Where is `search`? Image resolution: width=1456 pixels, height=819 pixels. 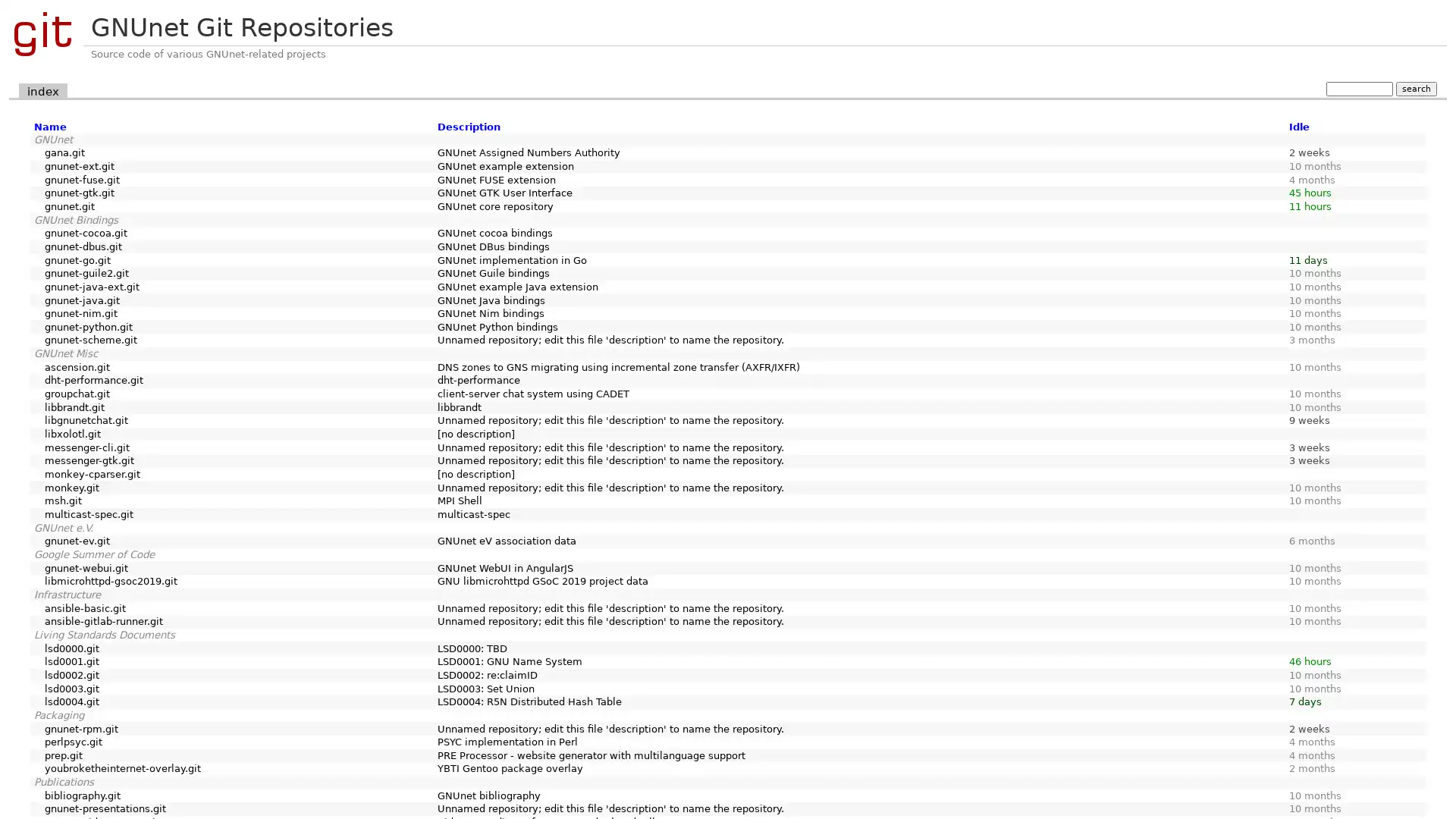
search is located at coordinates (1415, 88).